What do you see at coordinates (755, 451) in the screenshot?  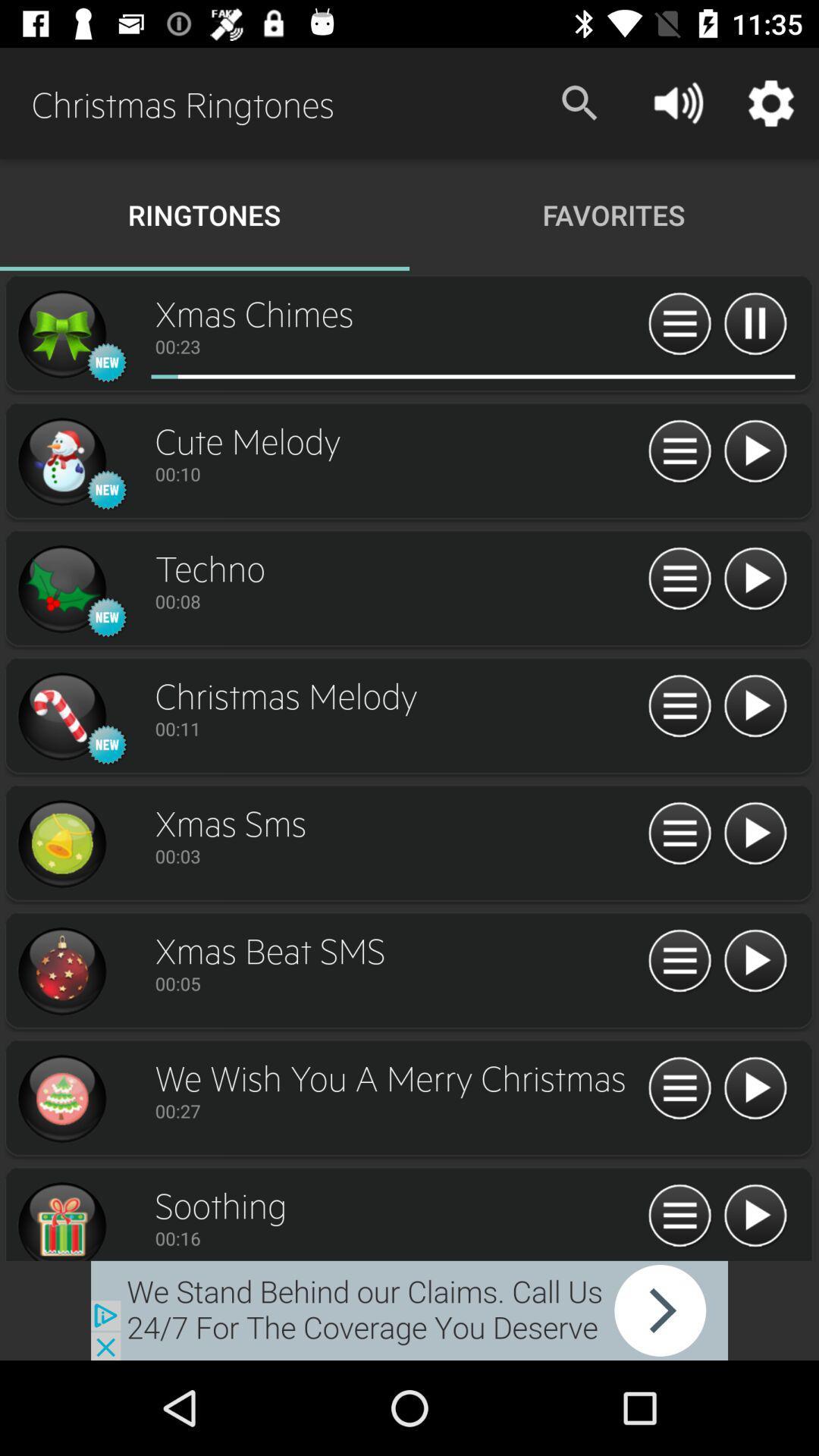 I see `play` at bounding box center [755, 451].